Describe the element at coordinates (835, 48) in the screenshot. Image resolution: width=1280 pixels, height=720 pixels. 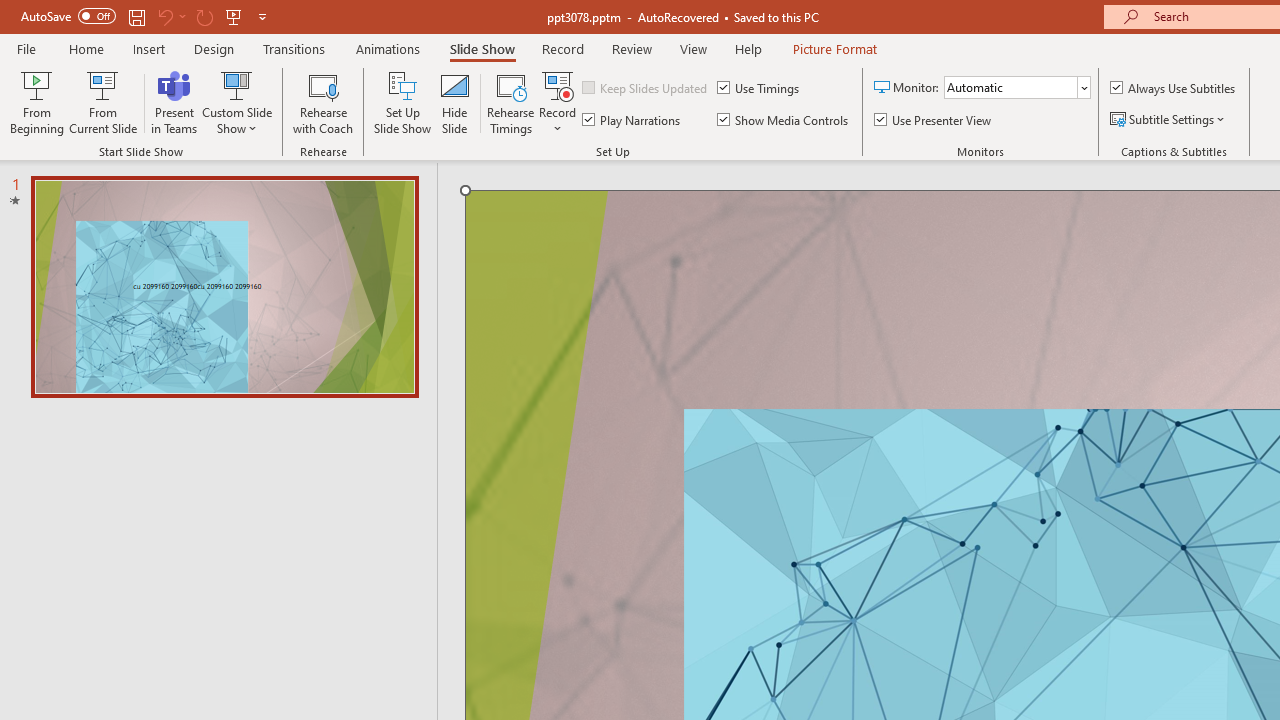
I see `'Picture Format'` at that location.